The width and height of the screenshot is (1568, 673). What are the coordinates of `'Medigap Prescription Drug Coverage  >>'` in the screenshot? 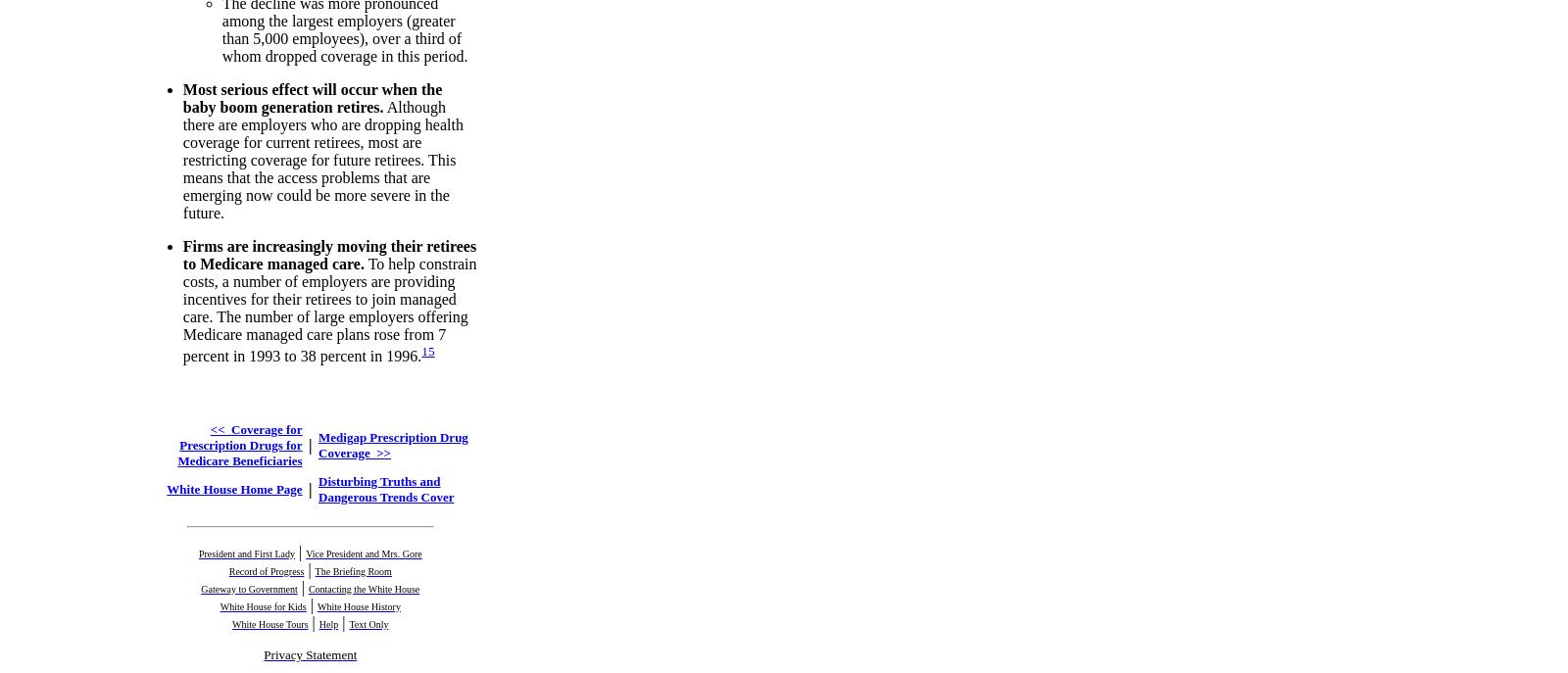 It's located at (392, 443).